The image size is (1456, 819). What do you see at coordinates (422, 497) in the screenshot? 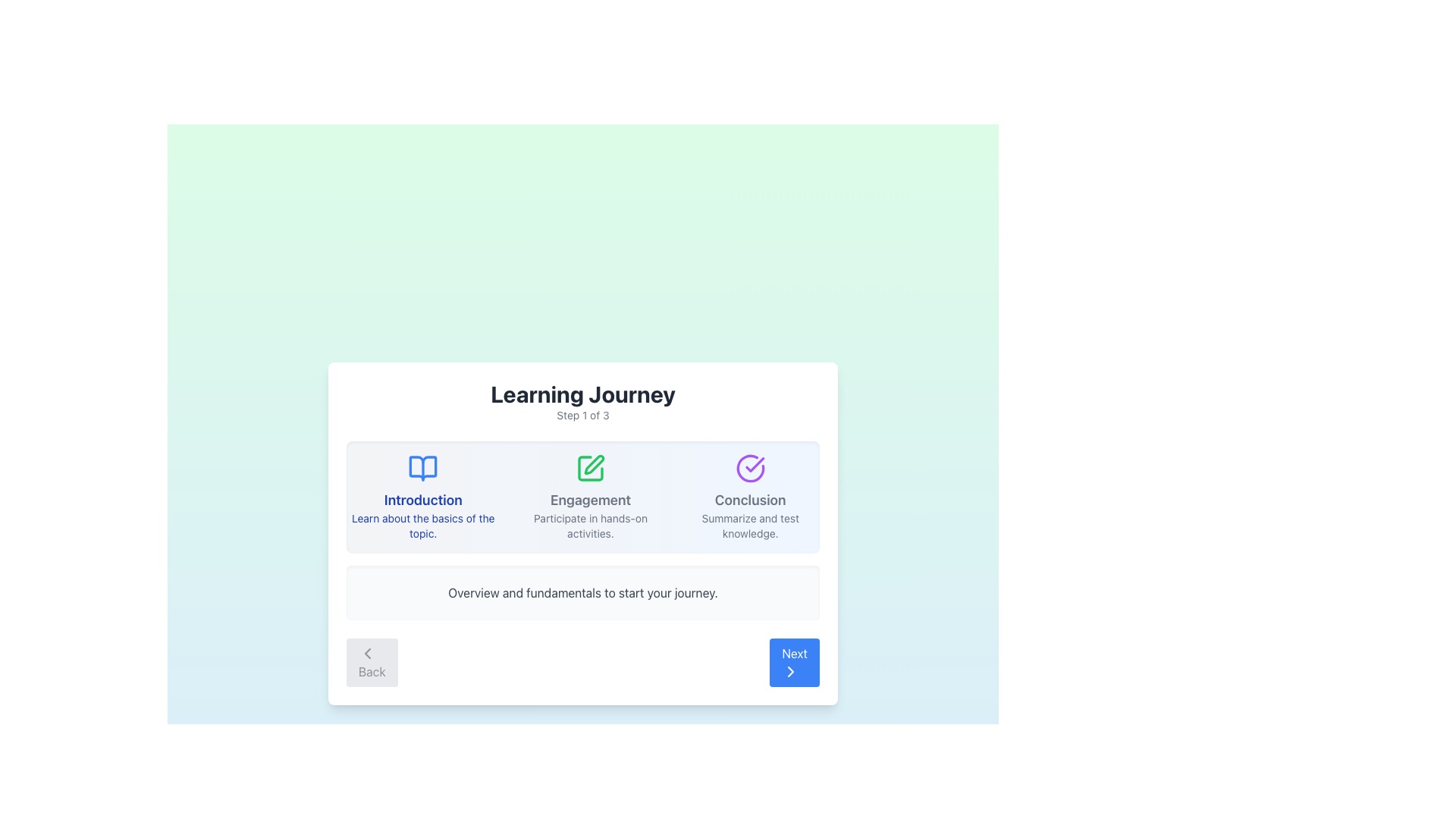
I see `the 'Introduction' text in the first card of the three-item row, which features a blue book icon and describes learning about the basics of the topic` at bounding box center [422, 497].